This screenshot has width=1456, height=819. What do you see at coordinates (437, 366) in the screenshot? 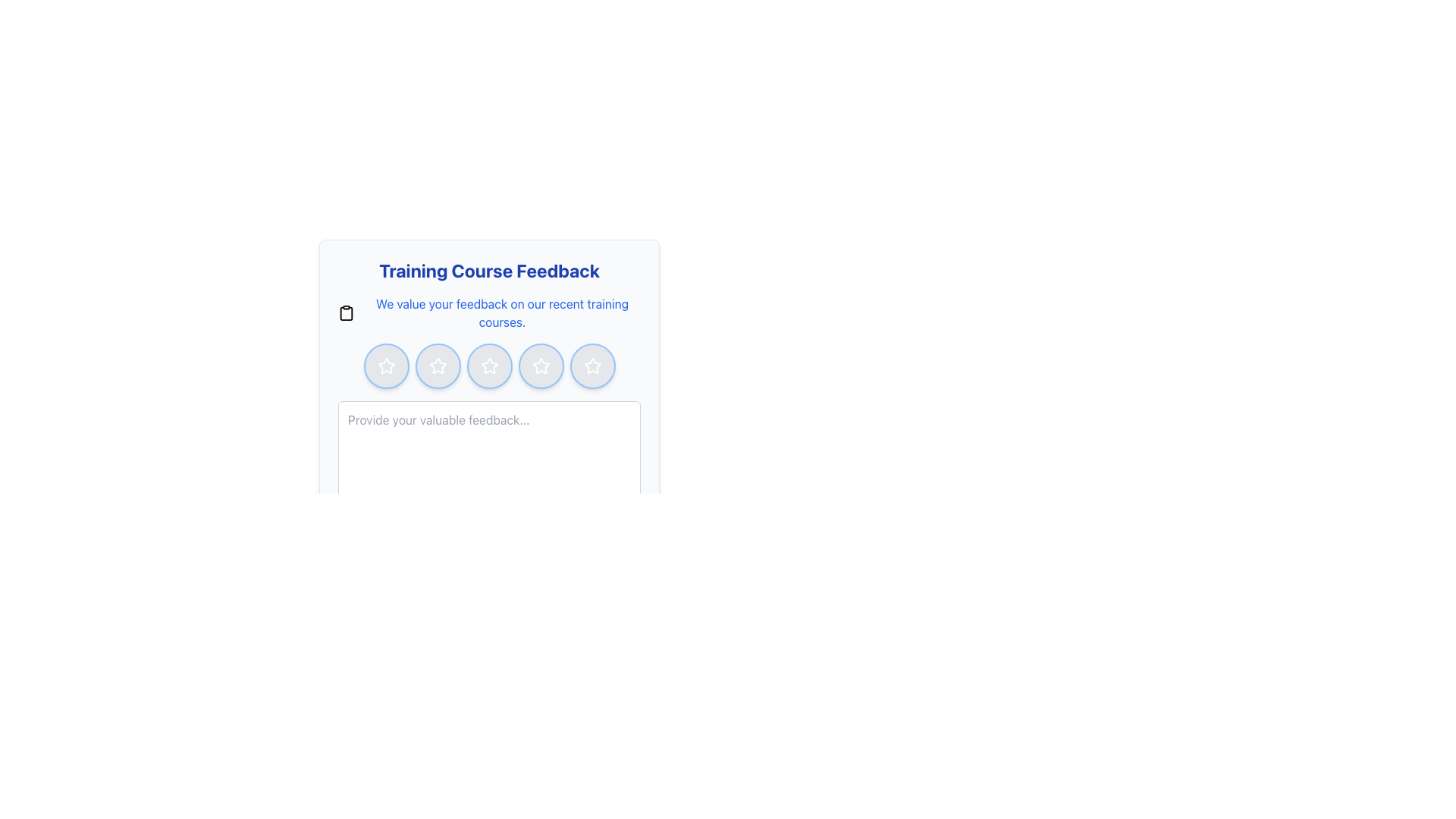
I see `the second Rating Button in the horizontal row located beneath 'Training Course Feedback'` at bounding box center [437, 366].